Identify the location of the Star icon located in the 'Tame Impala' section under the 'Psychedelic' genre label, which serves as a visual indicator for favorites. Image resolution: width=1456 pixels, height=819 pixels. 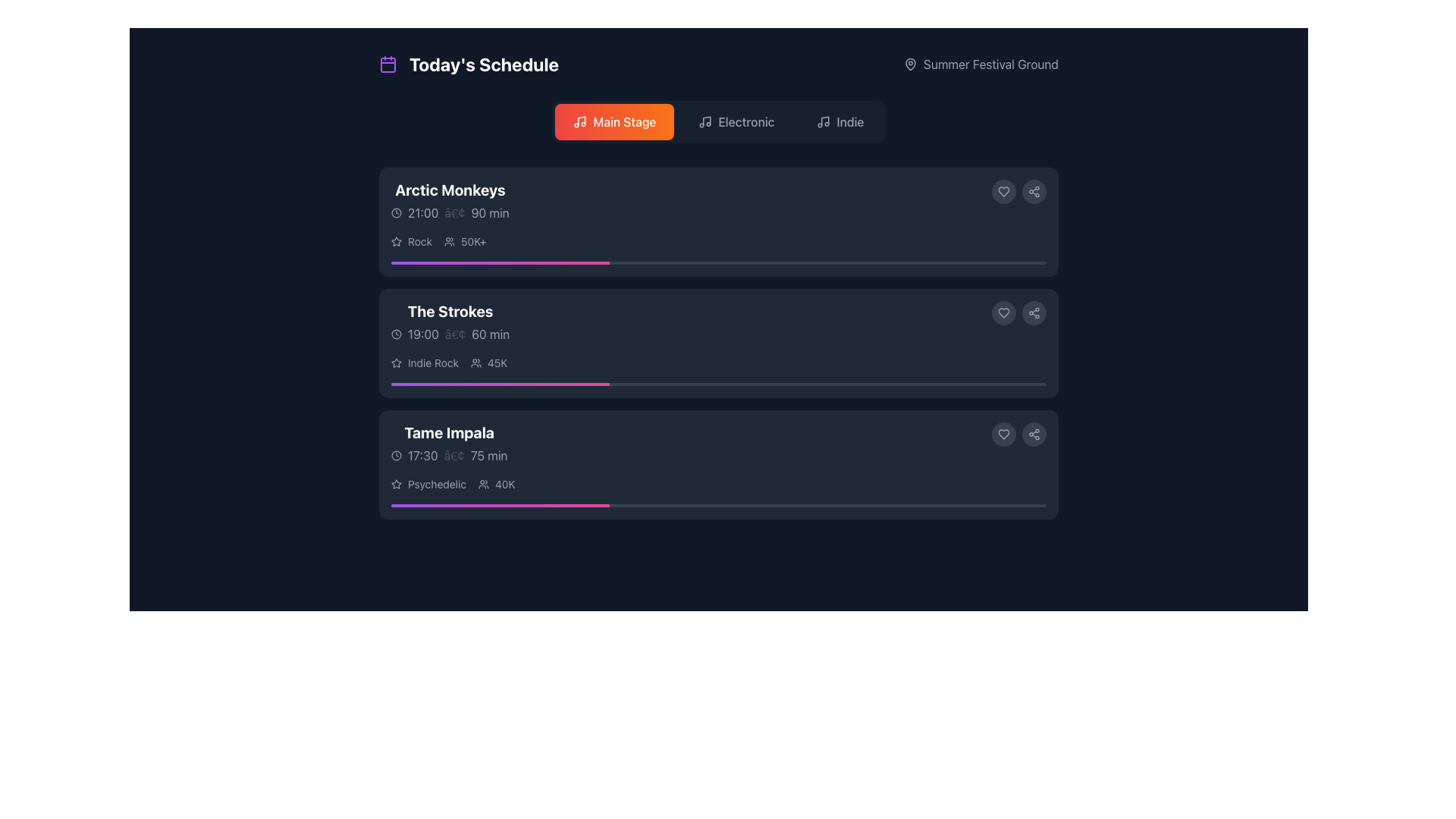
(397, 485).